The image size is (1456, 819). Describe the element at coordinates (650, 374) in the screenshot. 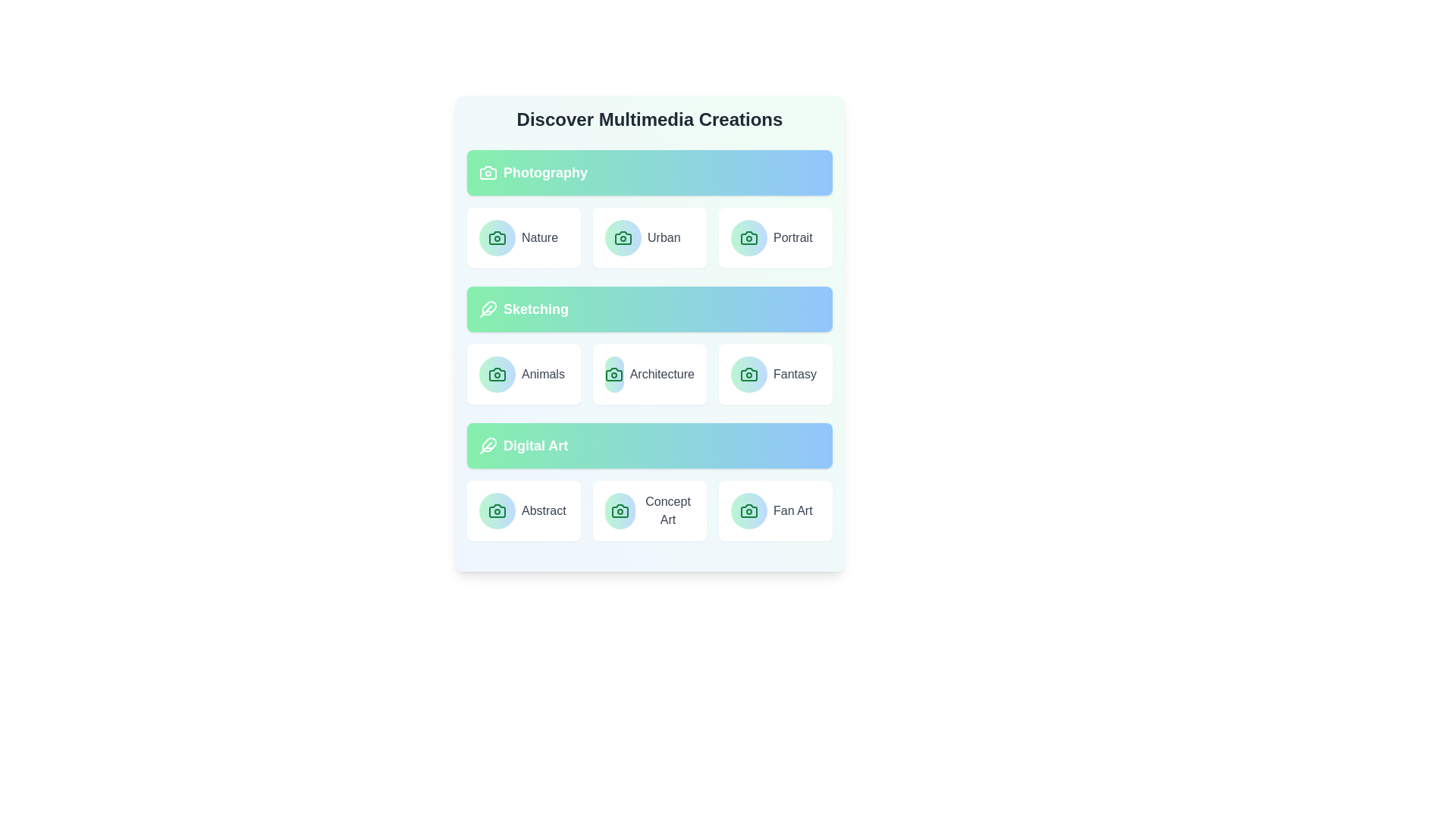

I see `the item Architecture within the category Sketching` at that location.